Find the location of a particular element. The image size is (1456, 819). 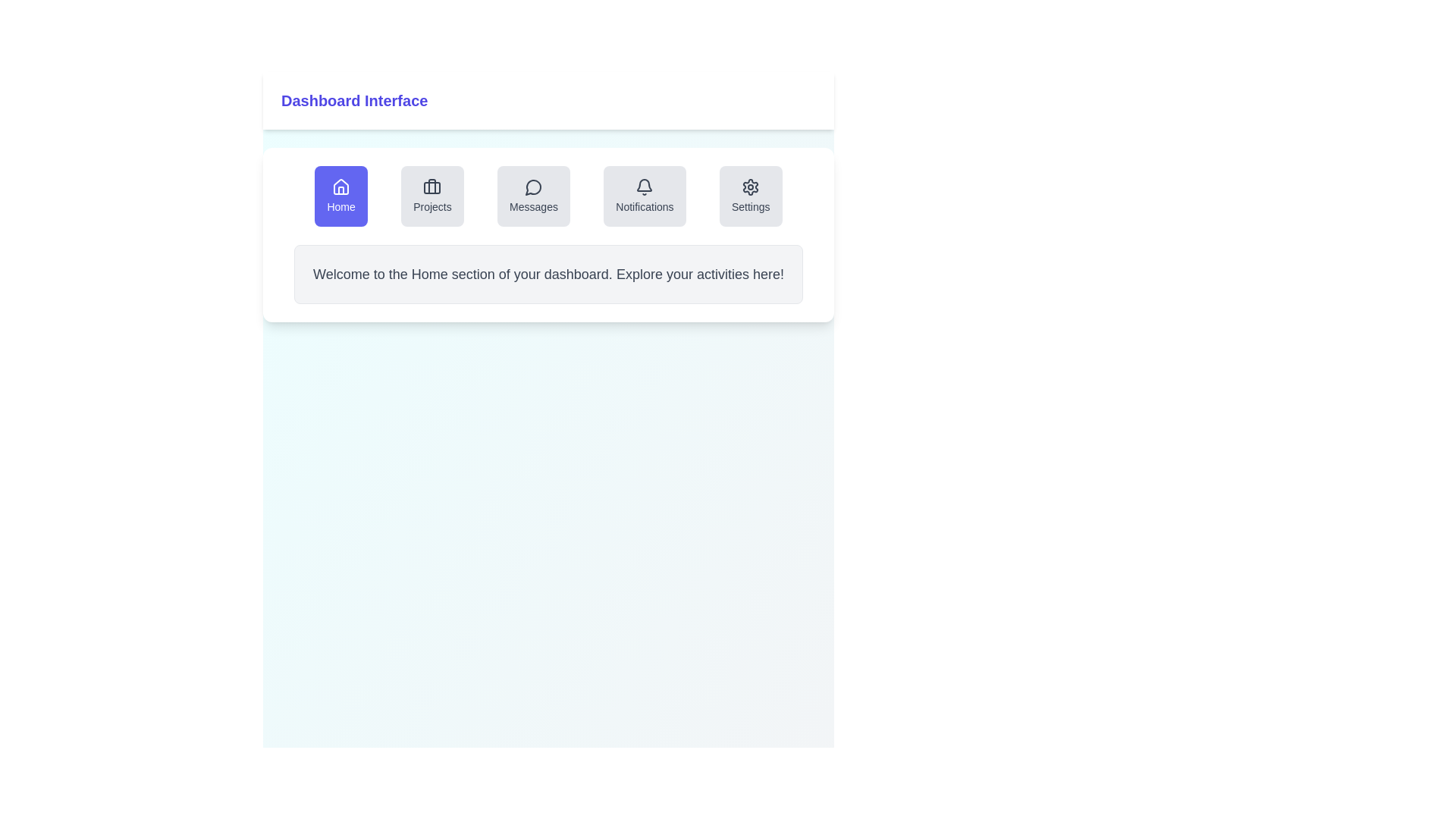

the welcoming text block in light gray that is centered under the navigation row of the dashboard is located at coordinates (548, 275).